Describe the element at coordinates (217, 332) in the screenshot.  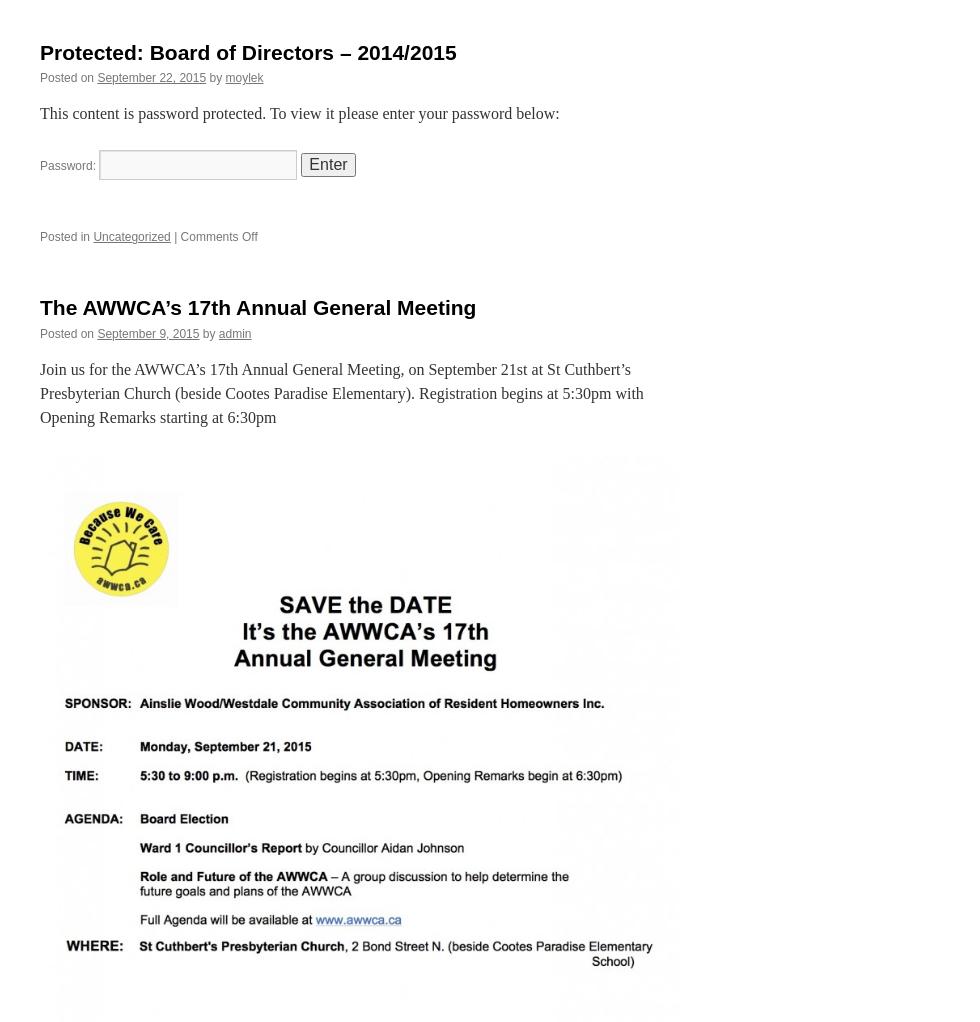
I see `'admin'` at that location.